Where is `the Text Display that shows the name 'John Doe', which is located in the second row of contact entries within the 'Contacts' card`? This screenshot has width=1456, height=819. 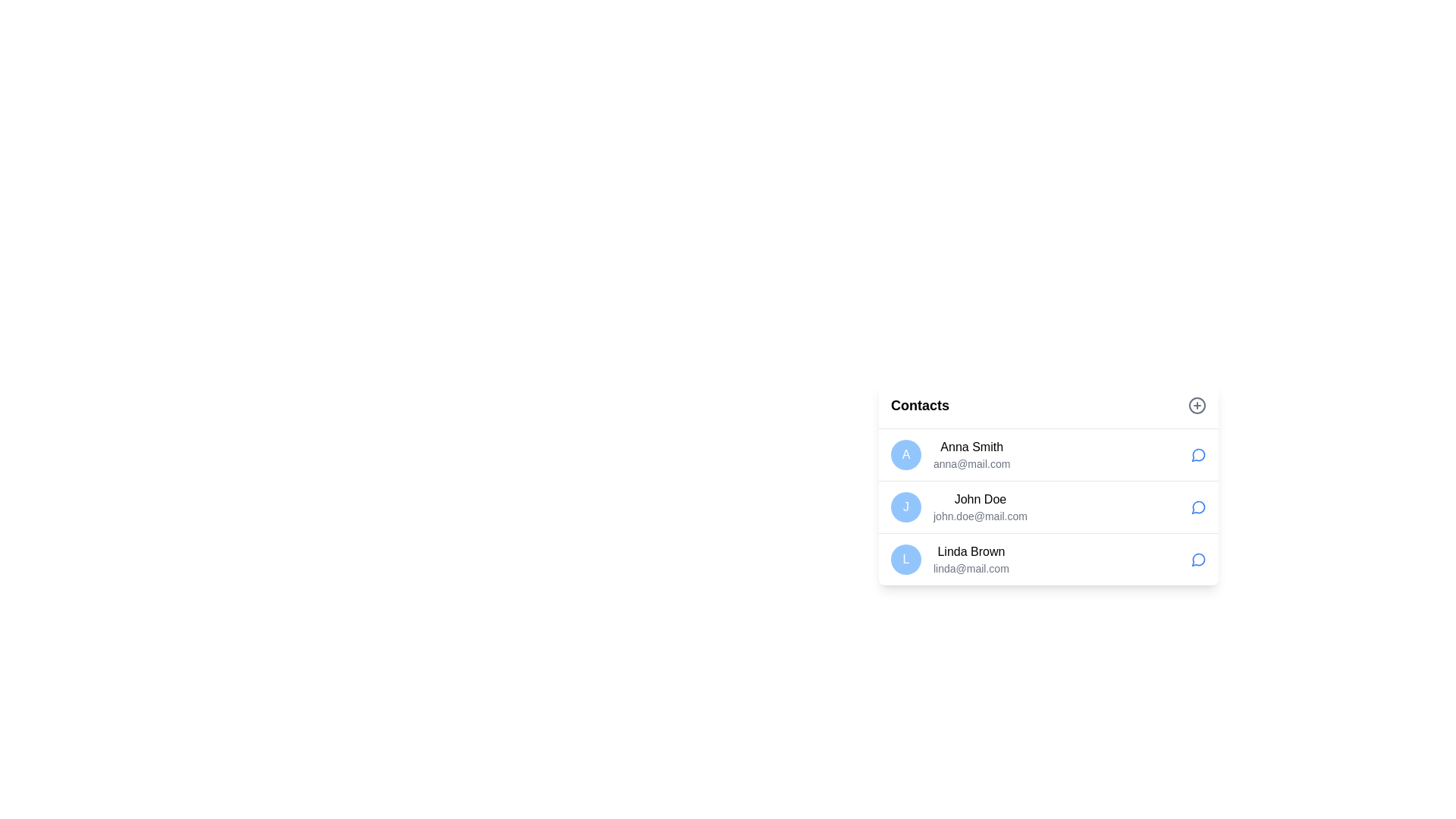 the Text Display that shows the name 'John Doe', which is located in the second row of contact entries within the 'Contacts' card is located at coordinates (980, 500).